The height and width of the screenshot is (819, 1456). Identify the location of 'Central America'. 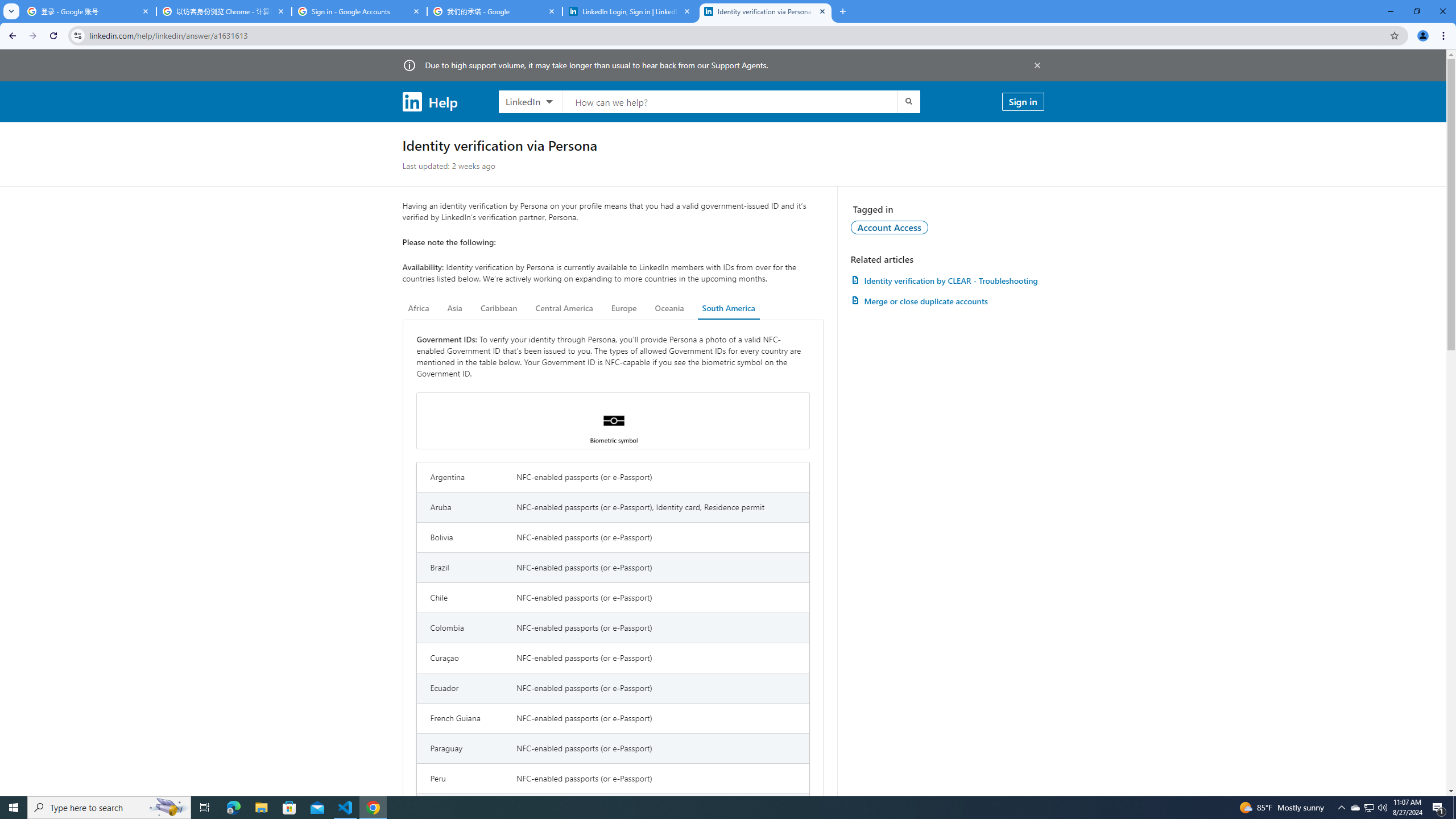
(564, 308).